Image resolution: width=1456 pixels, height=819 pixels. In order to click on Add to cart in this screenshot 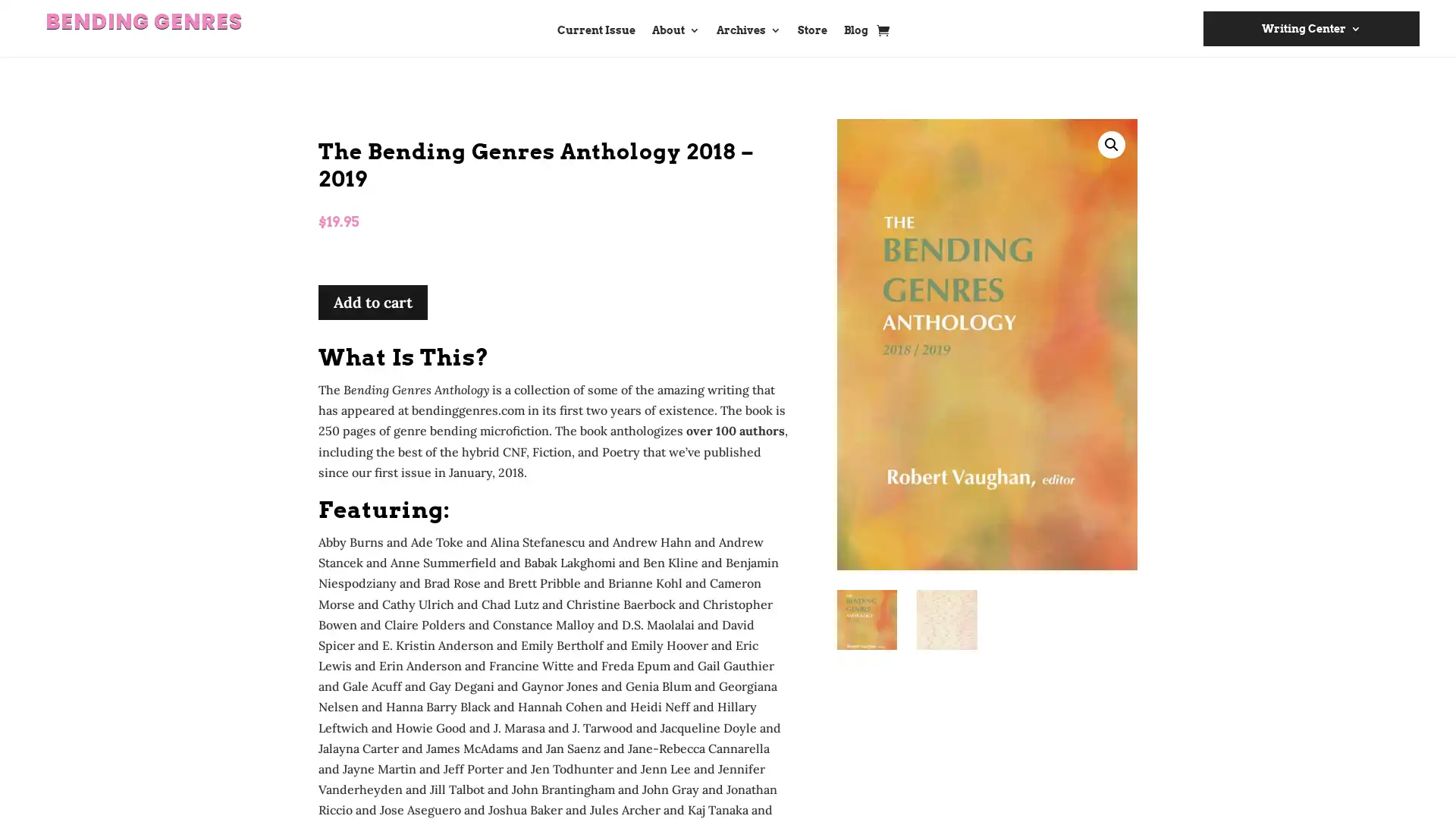, I will do `click(372, 302)`.